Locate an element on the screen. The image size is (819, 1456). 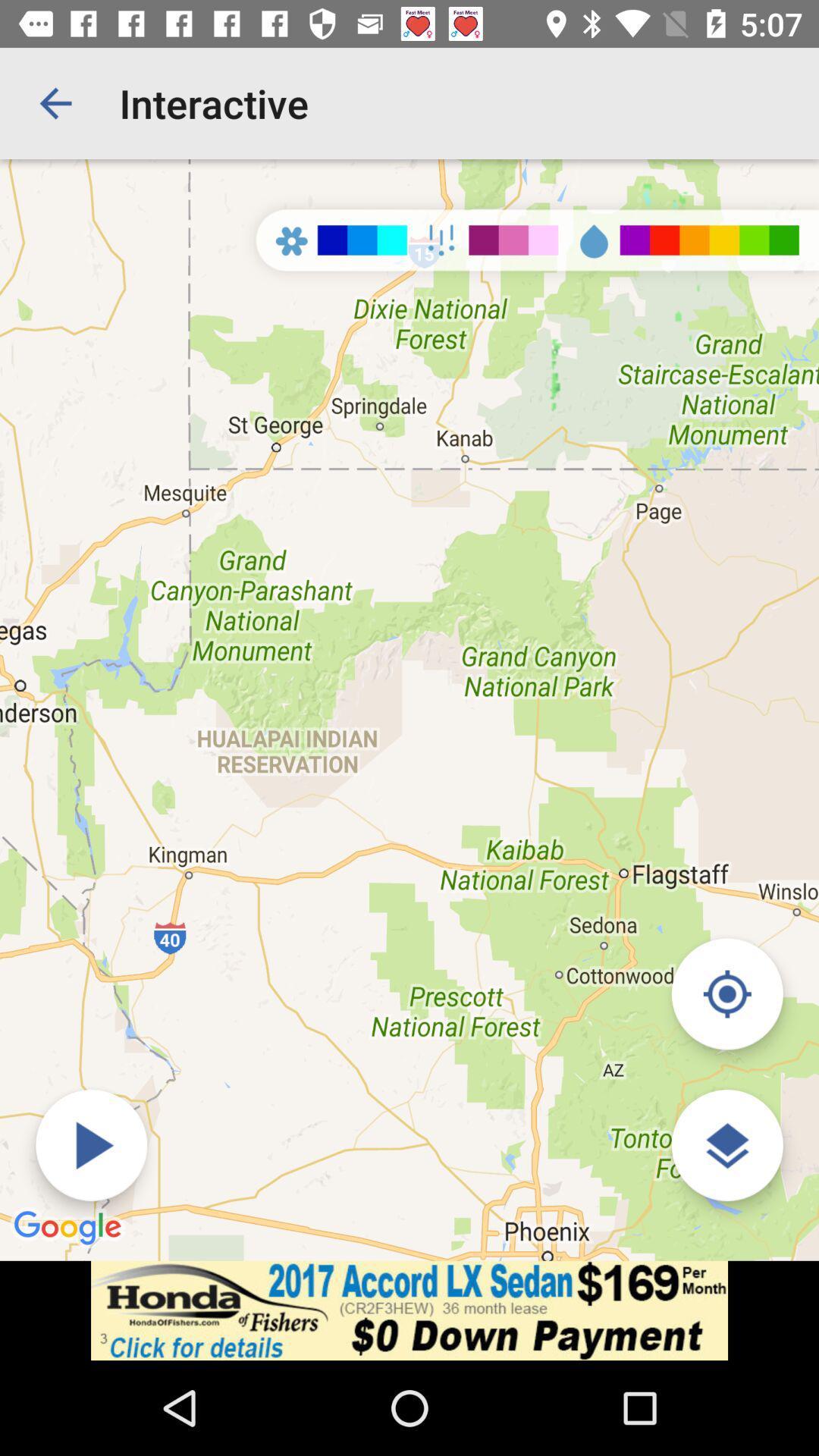
recenter is located at coordinates (726, 993).